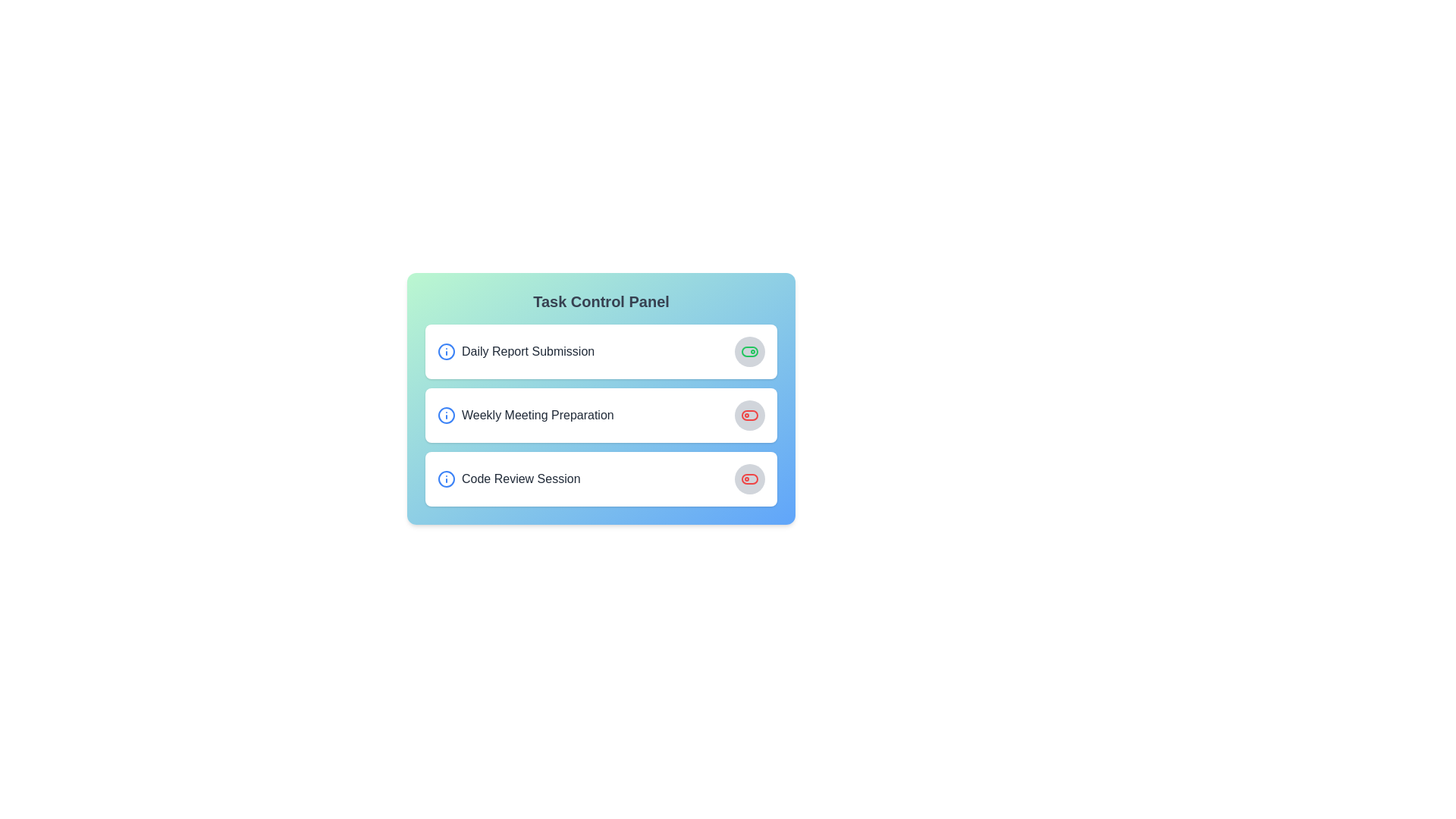 Image resolution: width=1456 pixels, height=819 pixels. Describe the element at coordinates (446, 351) in the screenshot. I see `the blue information icon located to the left of the 'Daily Report Submission' text` at that location.